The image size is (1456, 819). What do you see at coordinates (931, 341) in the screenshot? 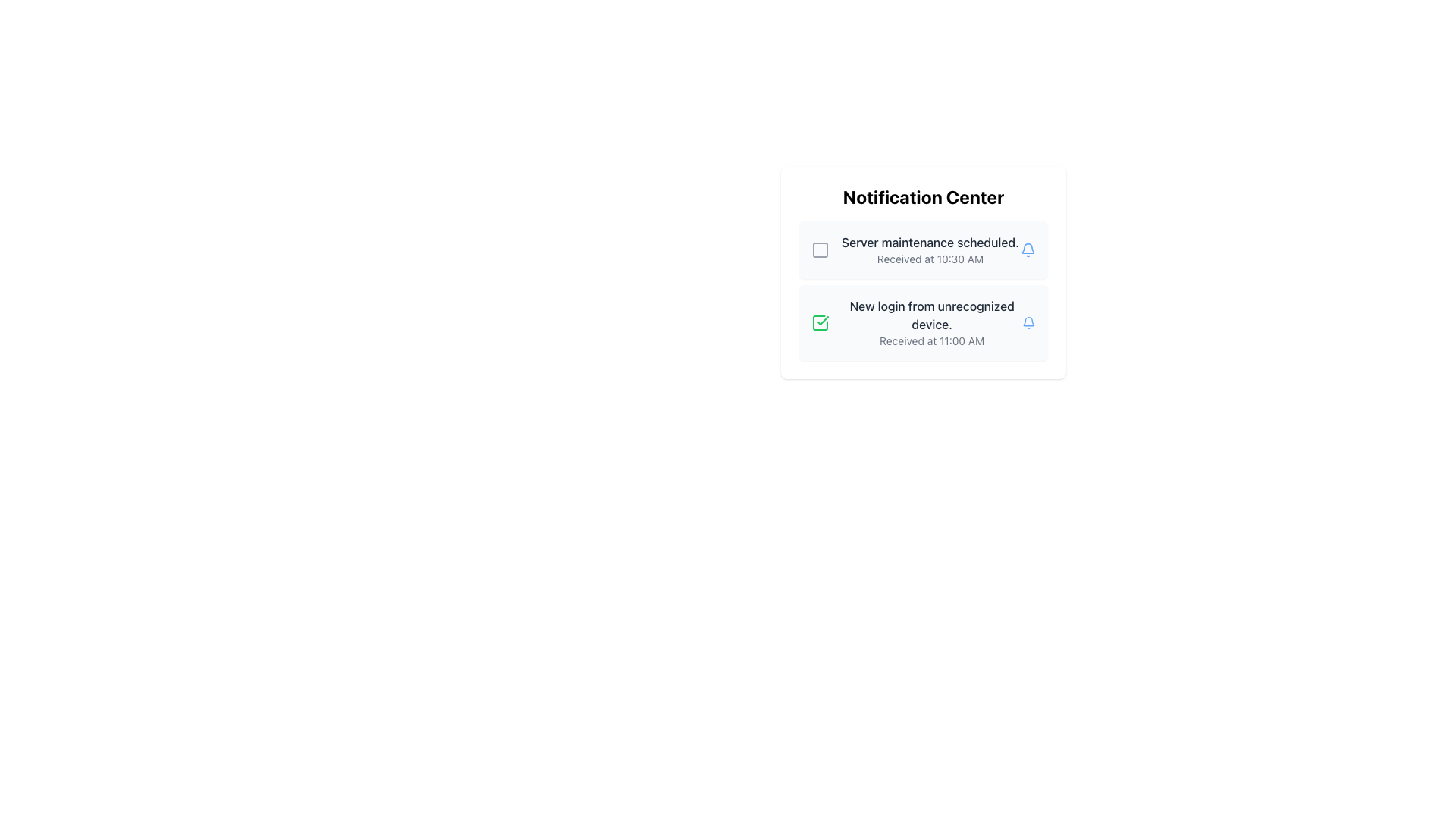
I see `timestamp text located below the bold text 'New login from unrecognized device' in the second notification card of the notification center` at bounding box center [931, 341].